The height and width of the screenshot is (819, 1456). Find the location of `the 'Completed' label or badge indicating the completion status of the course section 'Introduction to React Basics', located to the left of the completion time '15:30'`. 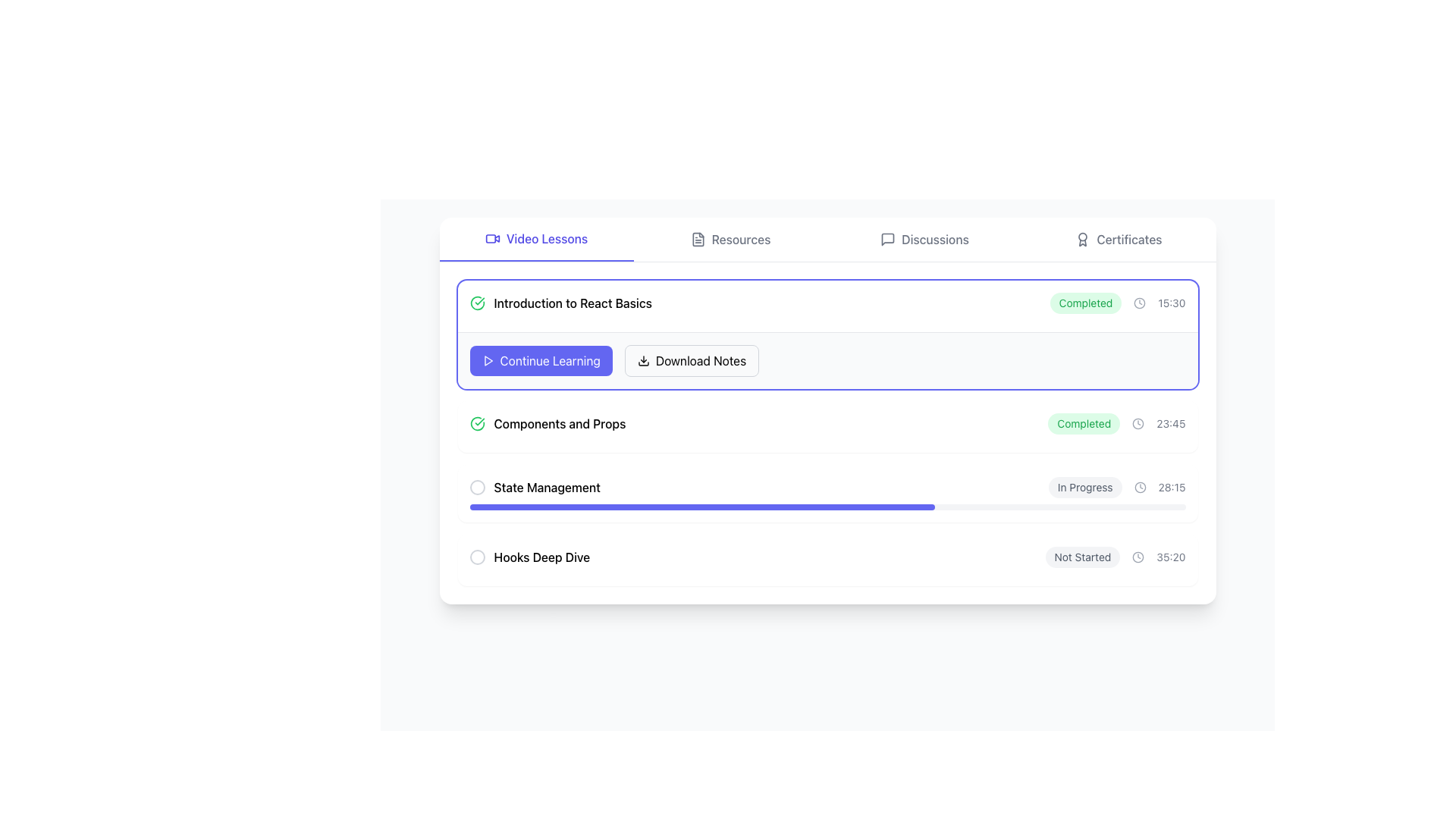

the 'Completed' label or badge indicating the completion status of the course section 'Introduction to React Basics', located to the left of the completion time '15:30' is located at coordinates (1084, 303).